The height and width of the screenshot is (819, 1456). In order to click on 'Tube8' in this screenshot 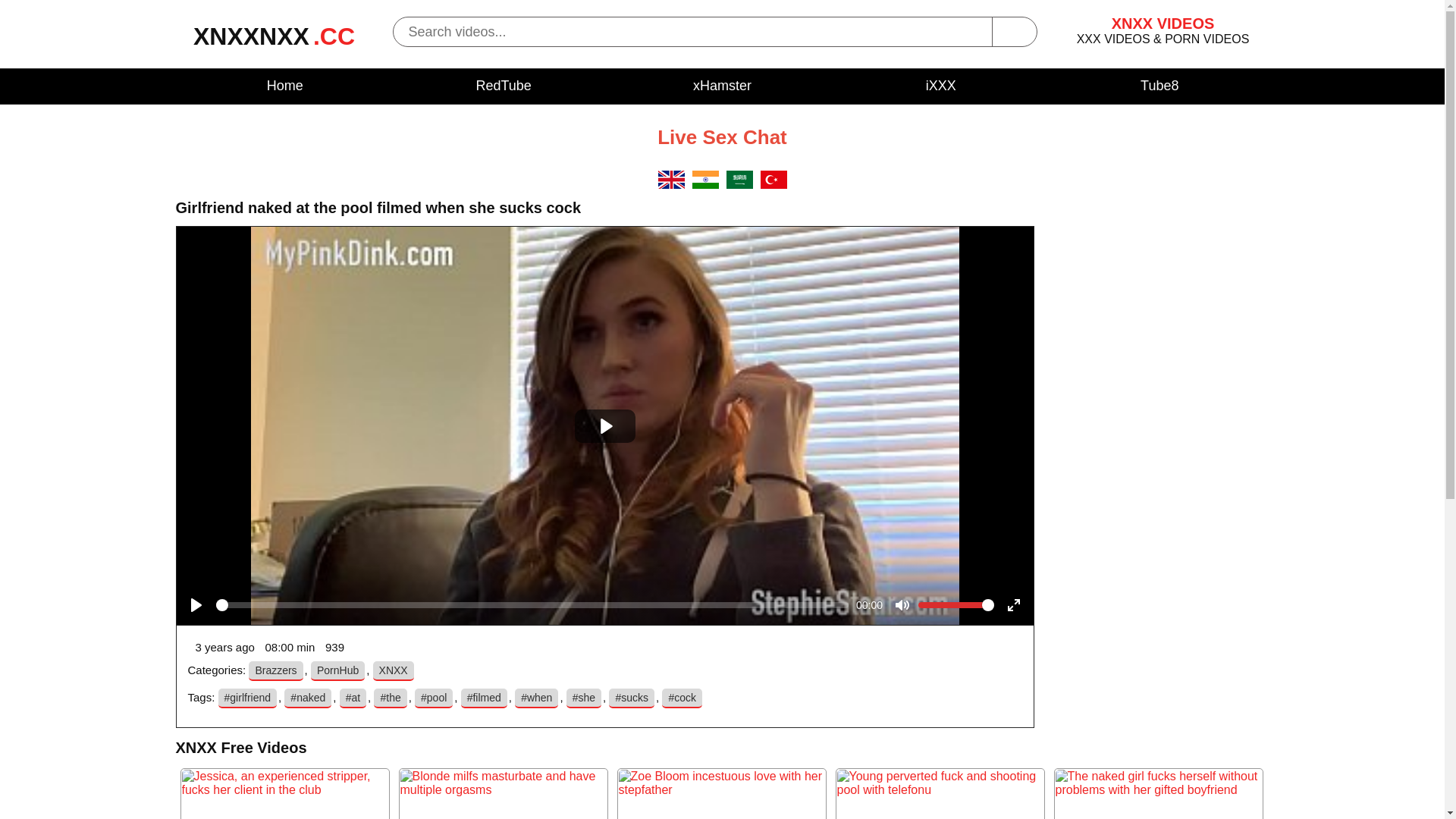, I will do `click(1050, 85)`.